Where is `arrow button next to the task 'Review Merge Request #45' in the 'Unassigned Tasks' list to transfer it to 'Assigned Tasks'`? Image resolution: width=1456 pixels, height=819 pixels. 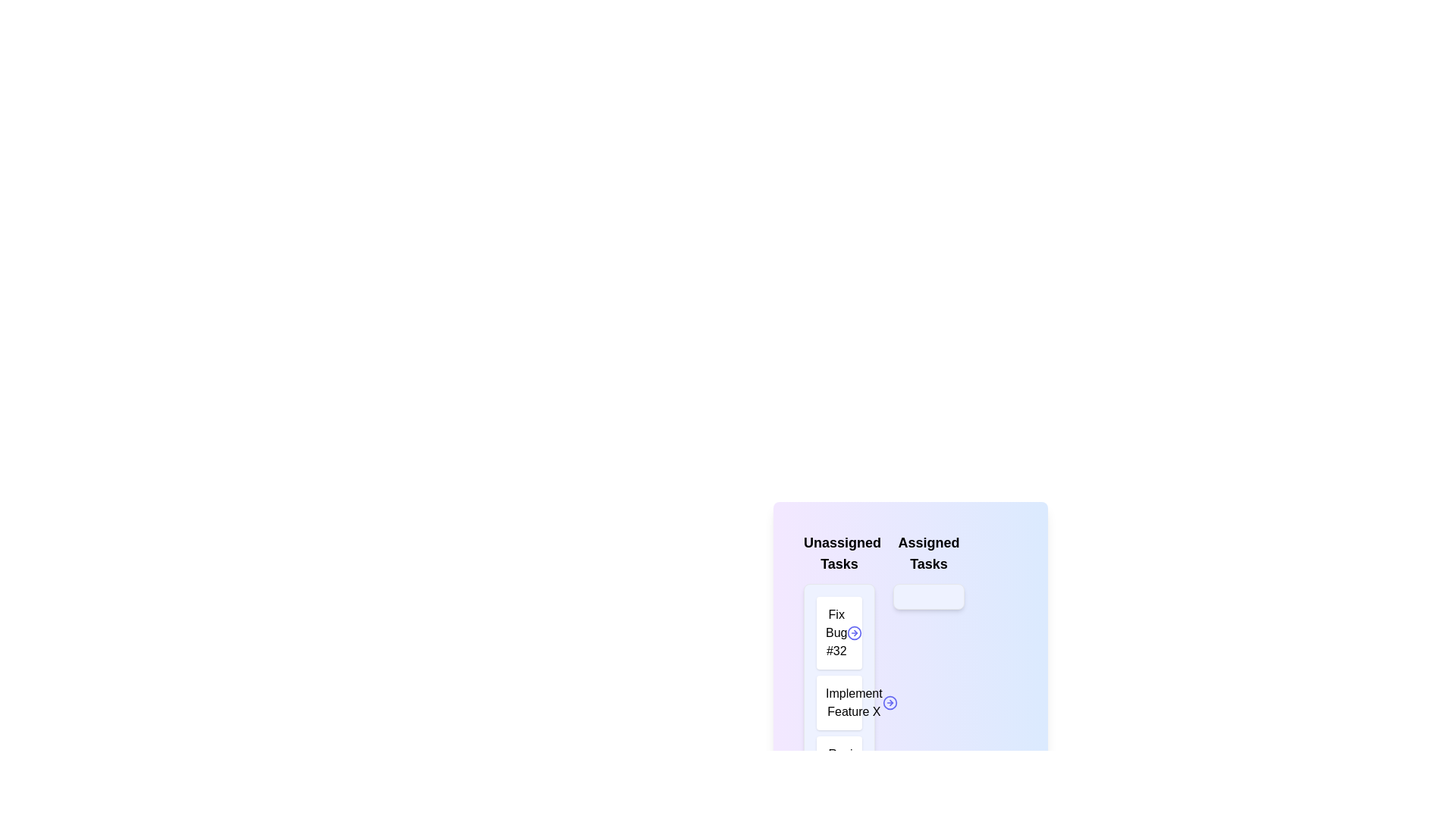 arrow button next to the task 'Review Merge Request #45' in the 'Unassigned Tasks' list to transfer it to 'Assigned Tasks' is located at coordinates (878, 781).